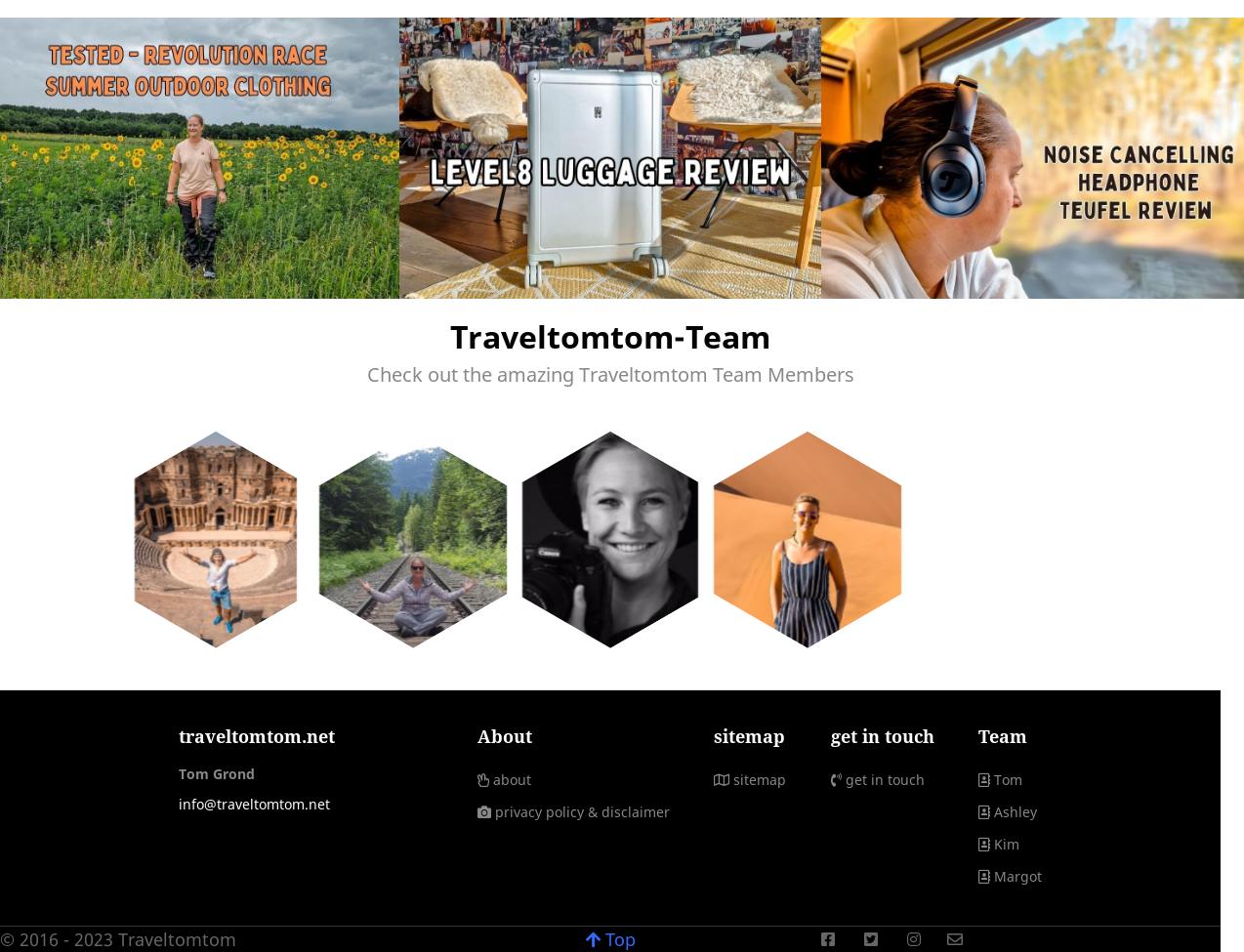 The width and height of the screenshot is (1244, 952). Describe the element at coordinates (1001, 733) in the screenshot. I see `'Team'` at that location.